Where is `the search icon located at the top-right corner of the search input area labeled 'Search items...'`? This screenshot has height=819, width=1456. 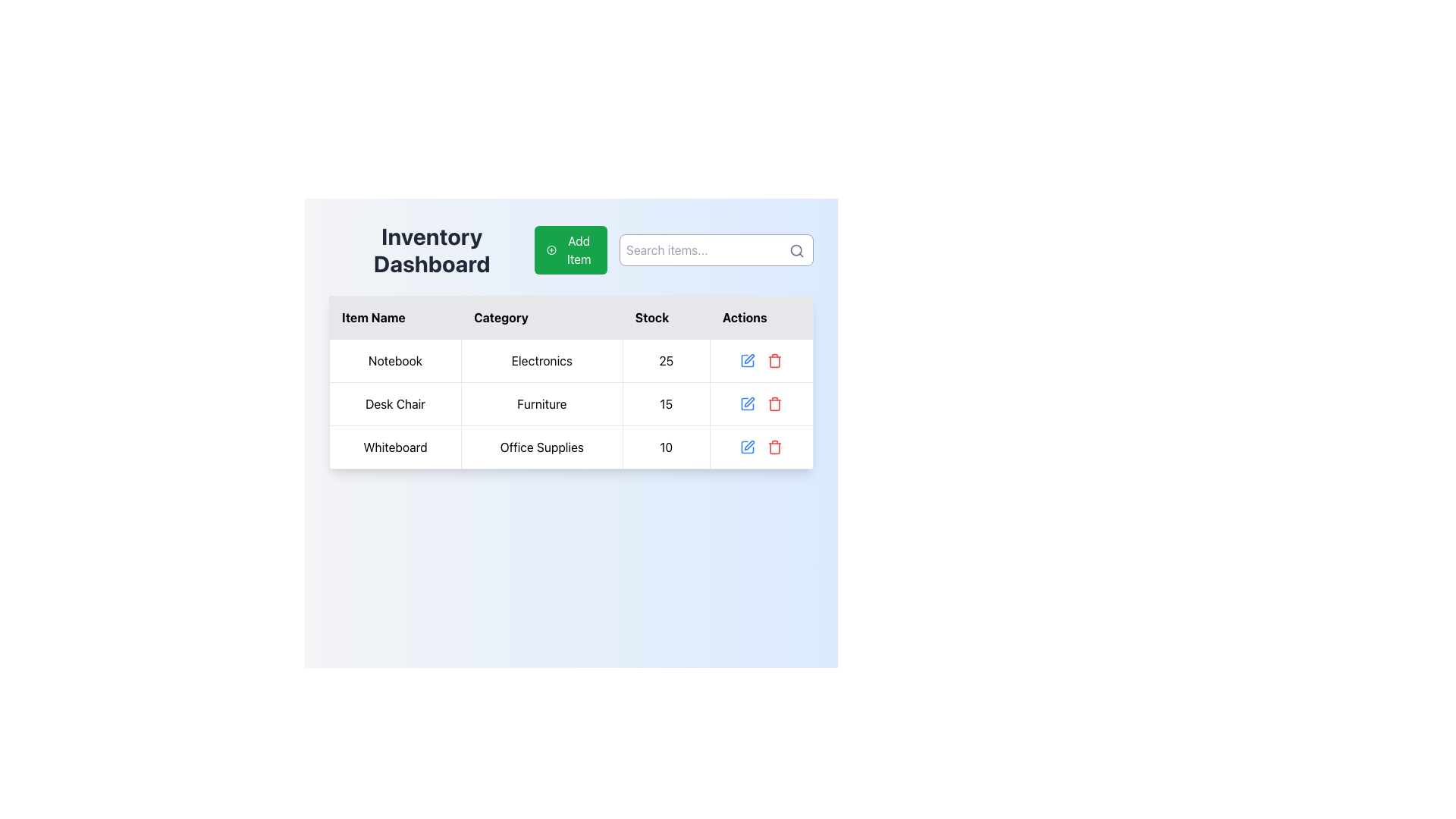 the search icon located at the top-right corner of the search input area labeled 'Search items...' is located at coordinates (796, 250).